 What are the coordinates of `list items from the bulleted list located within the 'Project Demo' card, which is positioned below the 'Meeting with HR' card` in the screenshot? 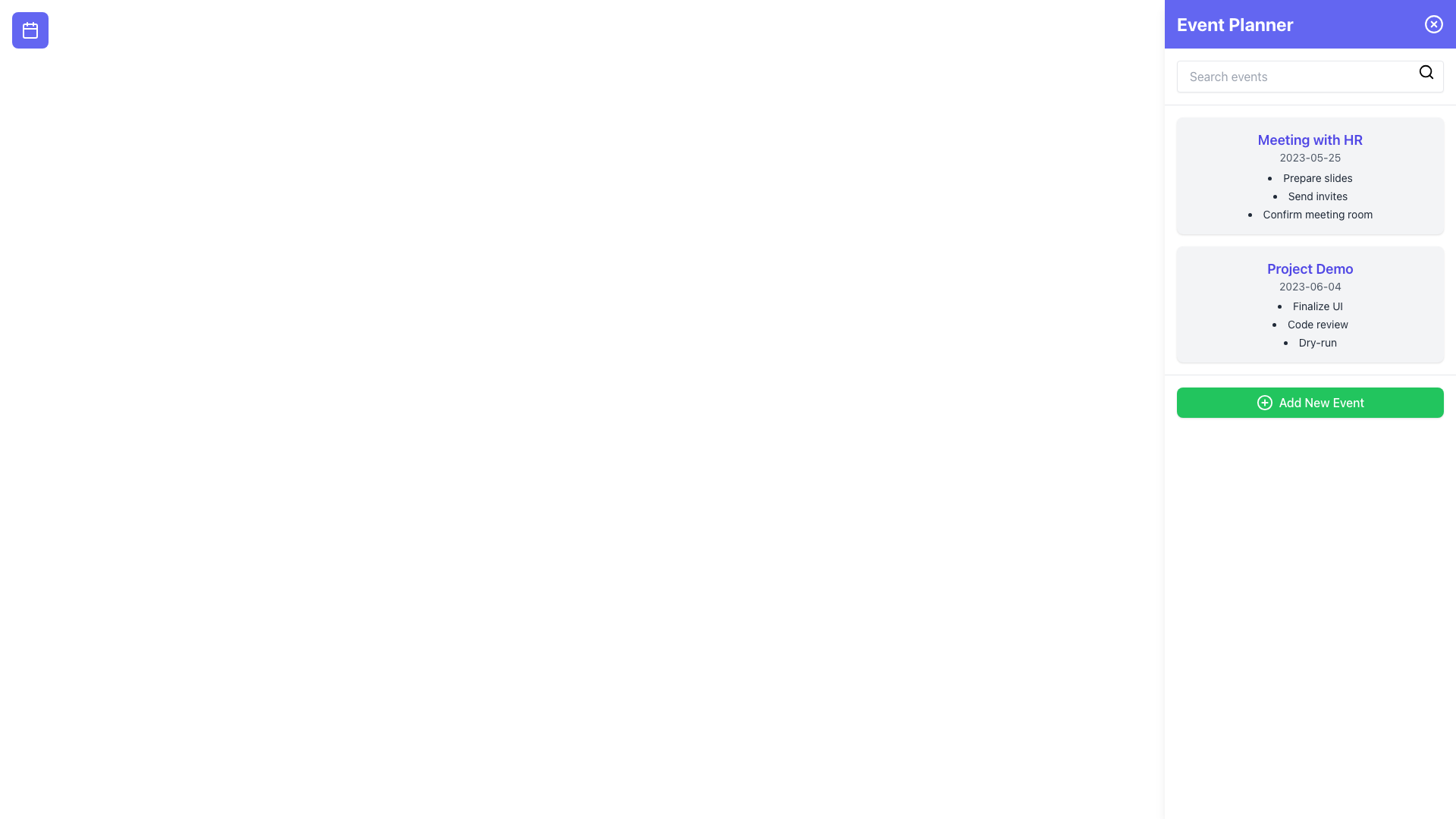 It's located at (1310, 324).